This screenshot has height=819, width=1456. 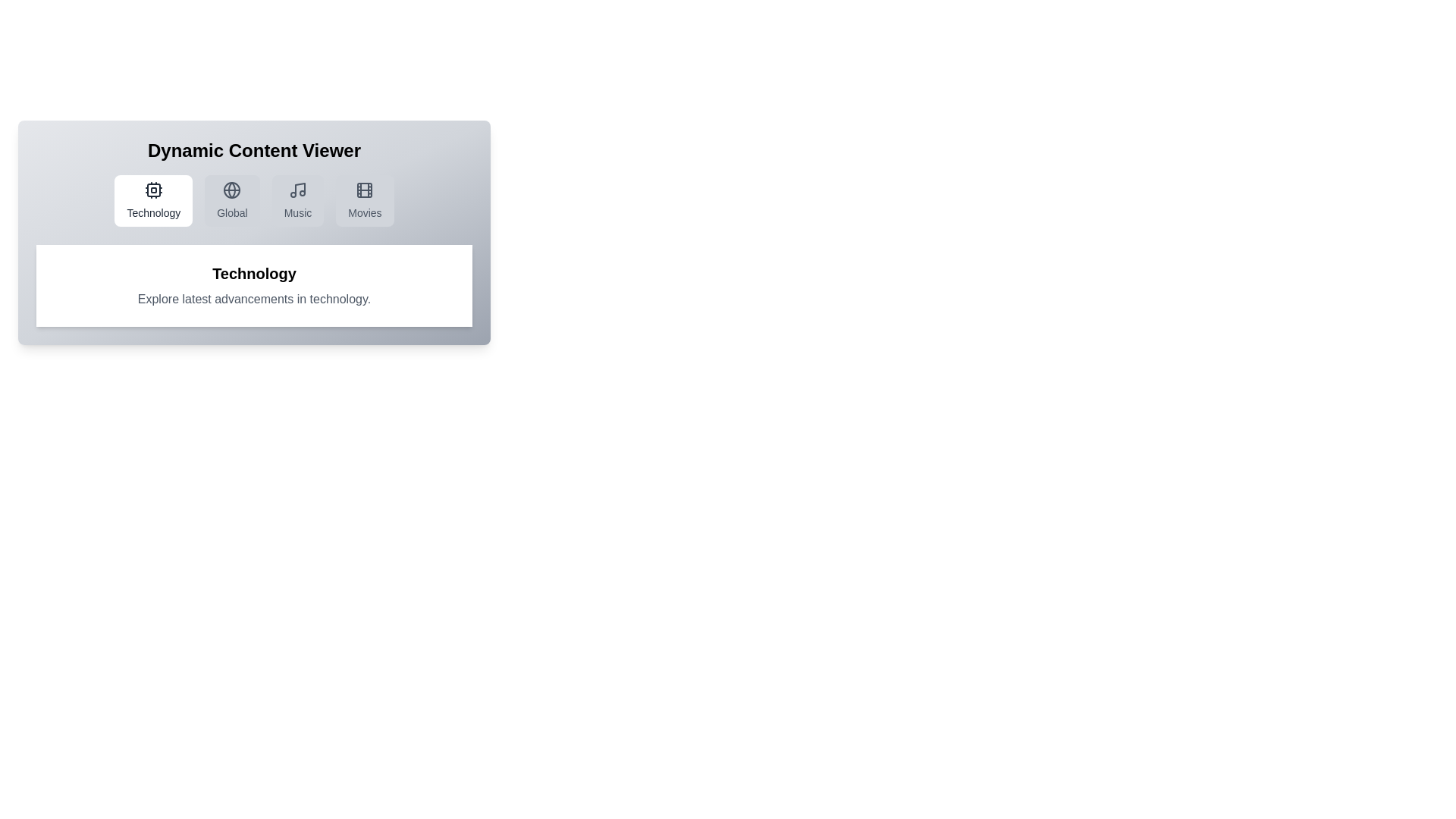 What do you see at coordinates (364, 200) in the screenshot?
I see `the Movies tab to display its content` at bounding box center [364, 200].